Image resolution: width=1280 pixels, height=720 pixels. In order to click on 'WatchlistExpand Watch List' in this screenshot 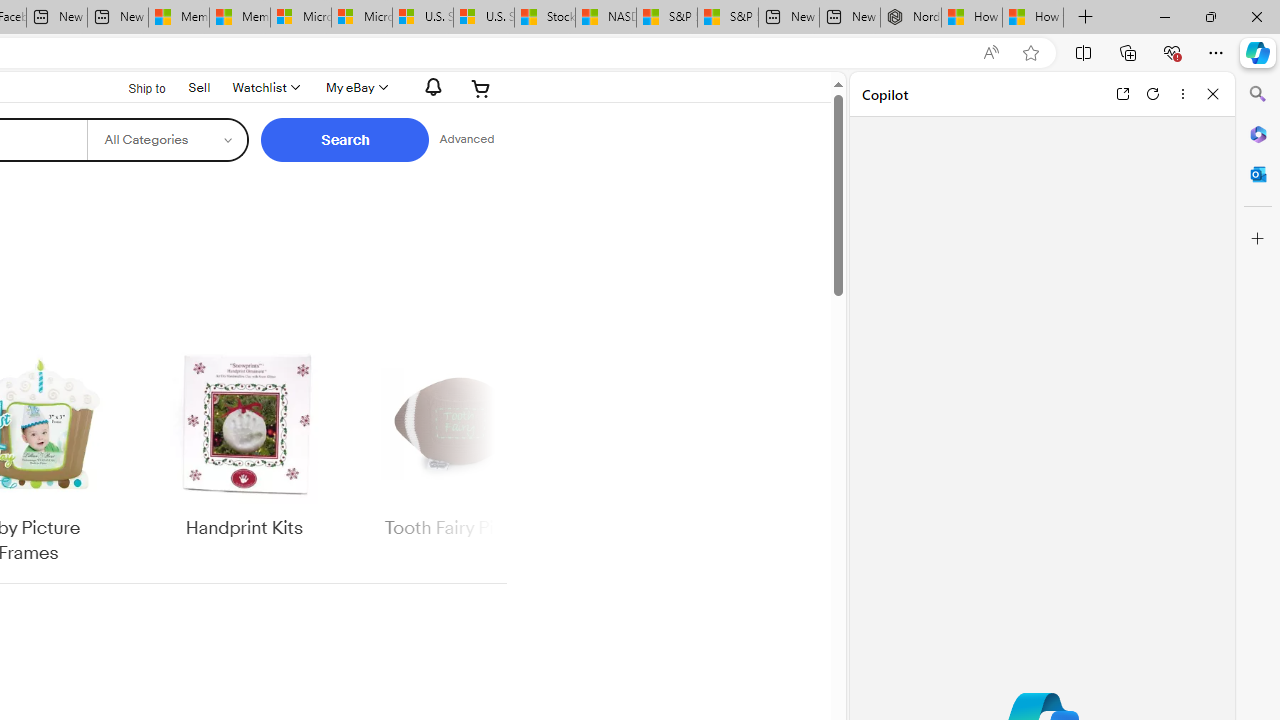, I will do `click(263, 87)`.